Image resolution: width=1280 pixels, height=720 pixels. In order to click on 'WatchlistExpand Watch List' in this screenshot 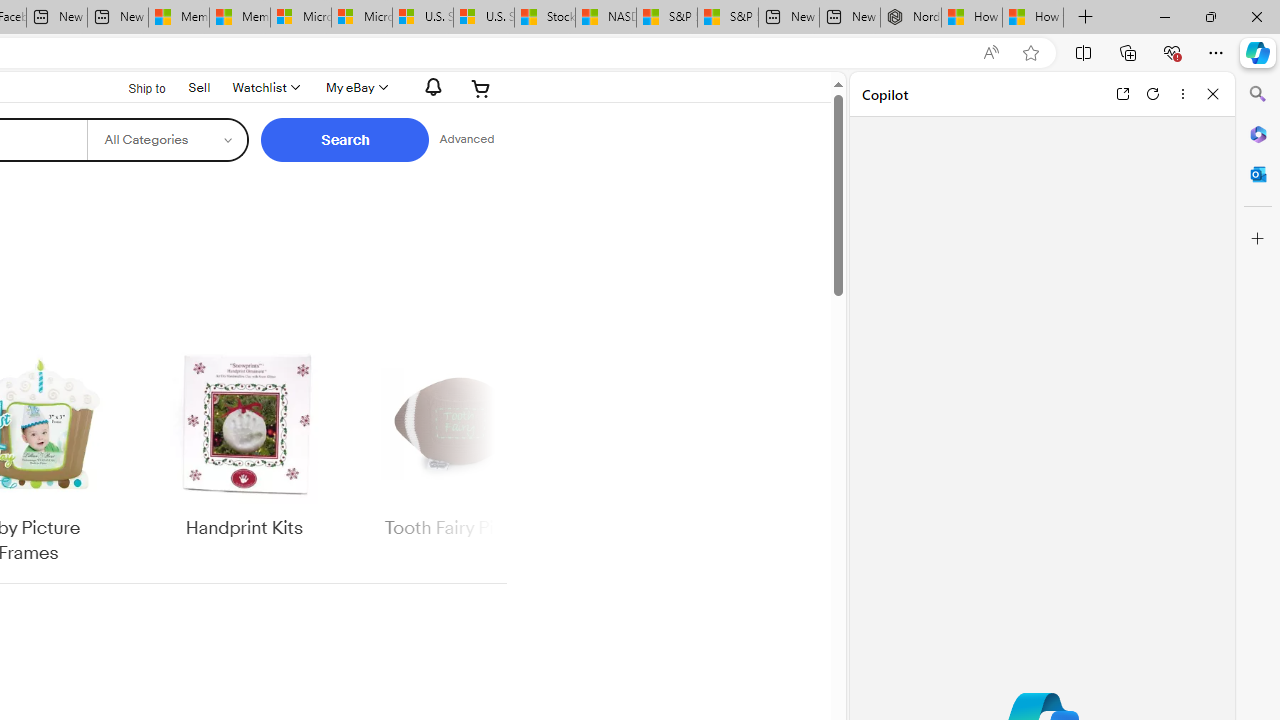, I will do `click(263, 87)`.